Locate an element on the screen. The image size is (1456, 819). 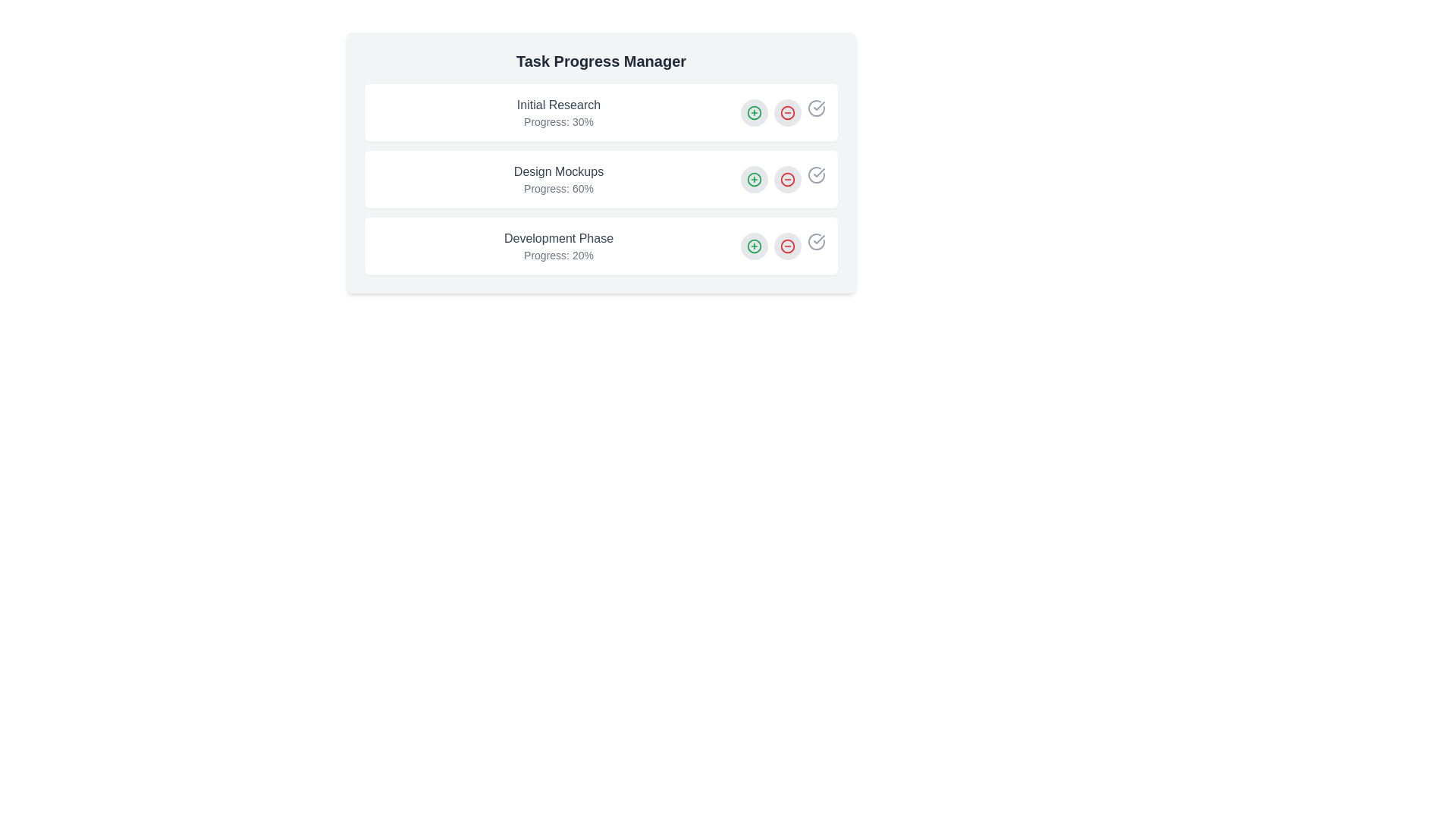
the text label that reads 'Progress: 20%', which is styled in gray and located below the title 'Development Phase' is located at coordinates (558, 254).